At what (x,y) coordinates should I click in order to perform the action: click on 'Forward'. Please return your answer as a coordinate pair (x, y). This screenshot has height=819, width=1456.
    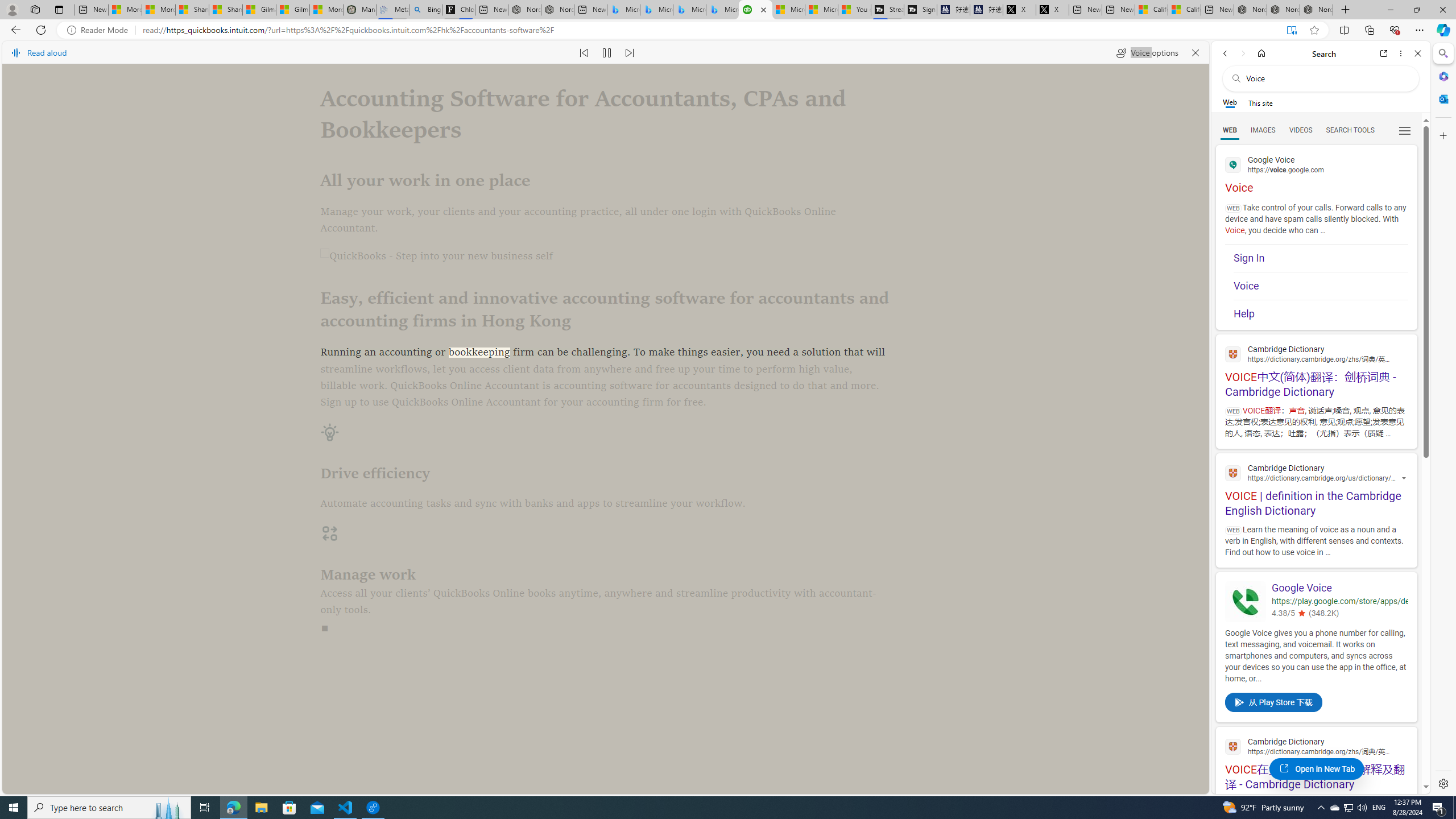
    Looking at the image, I should click on (1242, 53).